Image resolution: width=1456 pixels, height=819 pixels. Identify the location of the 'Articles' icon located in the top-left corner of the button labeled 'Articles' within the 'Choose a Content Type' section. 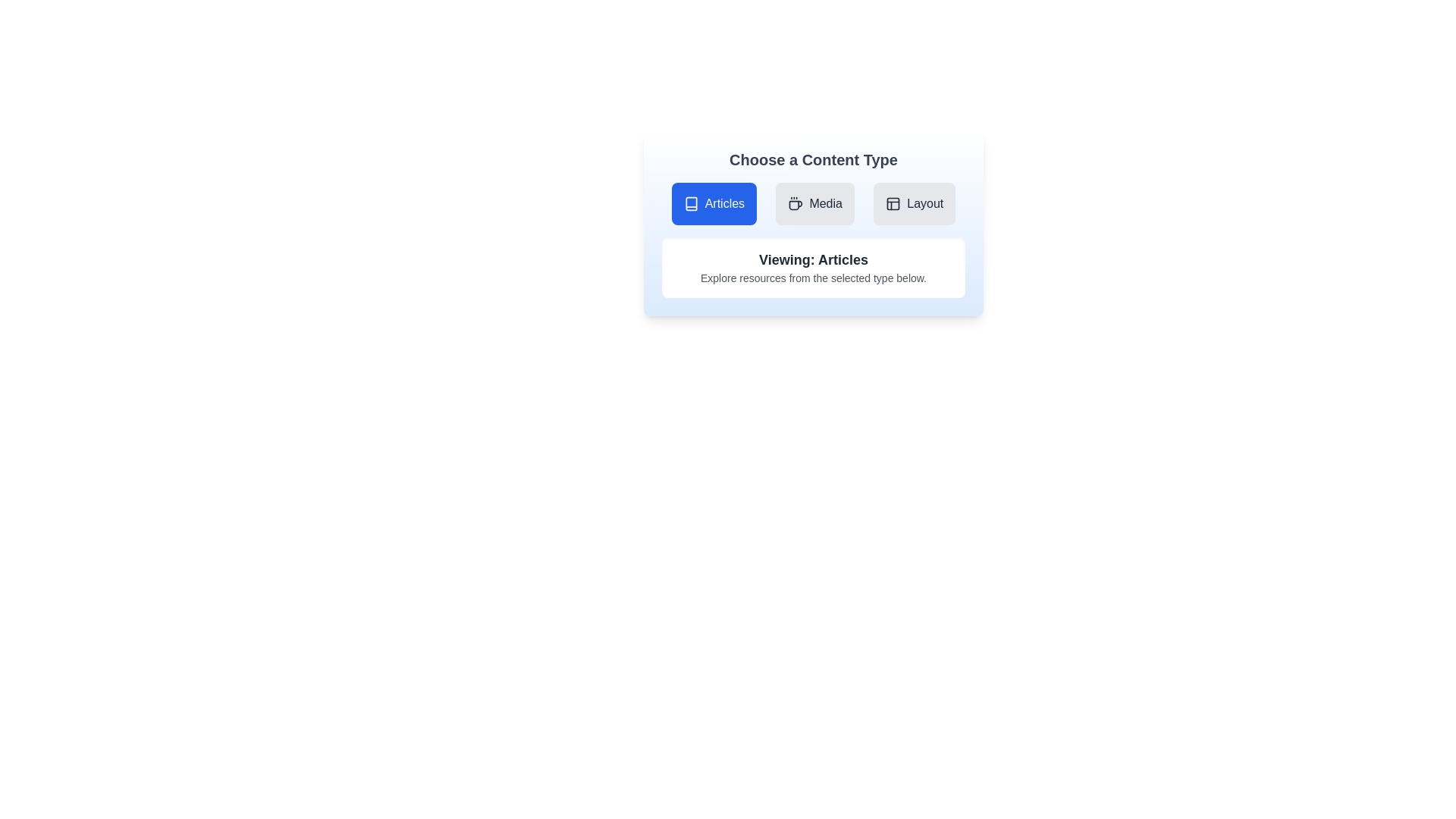
(690, 203).